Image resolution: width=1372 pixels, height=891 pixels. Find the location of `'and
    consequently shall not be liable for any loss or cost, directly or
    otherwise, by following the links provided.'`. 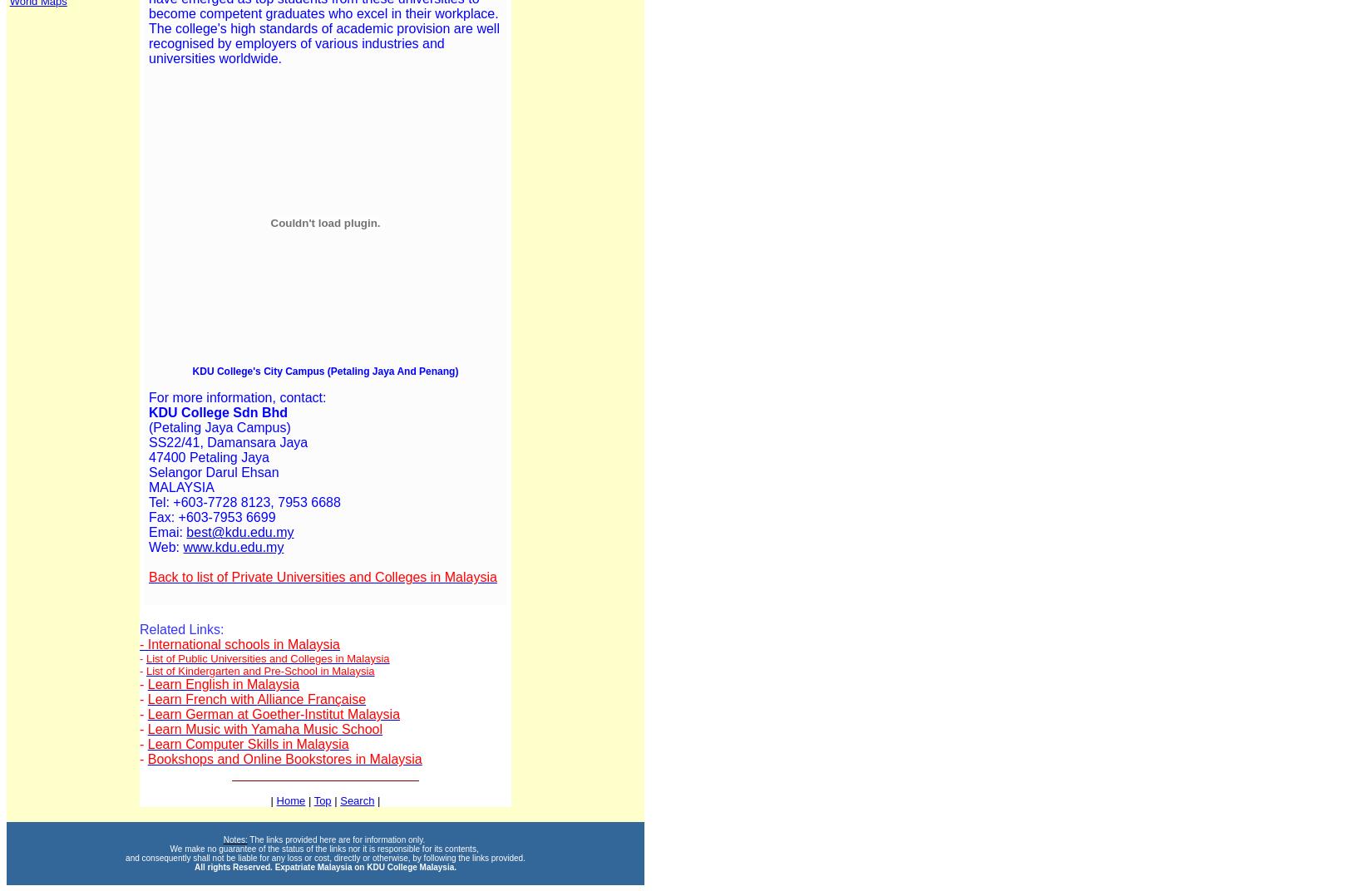

'and
    consequently shall not be liable for any loss or cost, directly or
    otherwise, by following the links provided.' is located at coordinates (325, 858).